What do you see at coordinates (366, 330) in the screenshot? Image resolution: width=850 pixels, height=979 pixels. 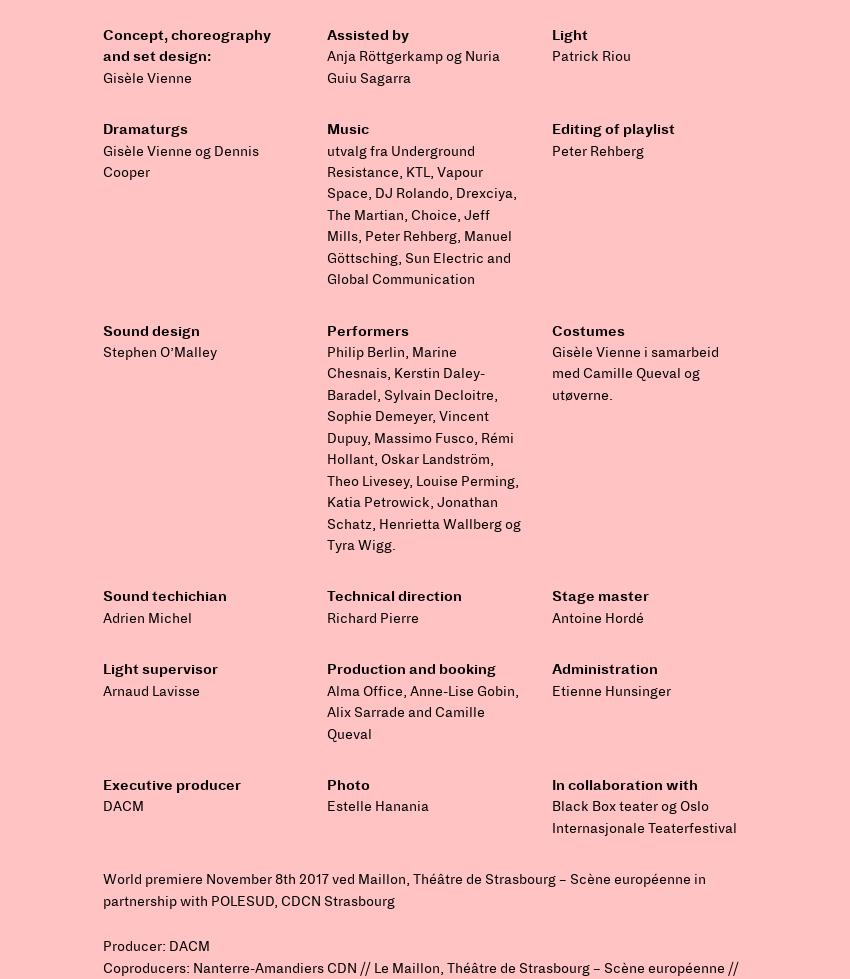 I see `'Performers'` at bounding box center [366, 330].